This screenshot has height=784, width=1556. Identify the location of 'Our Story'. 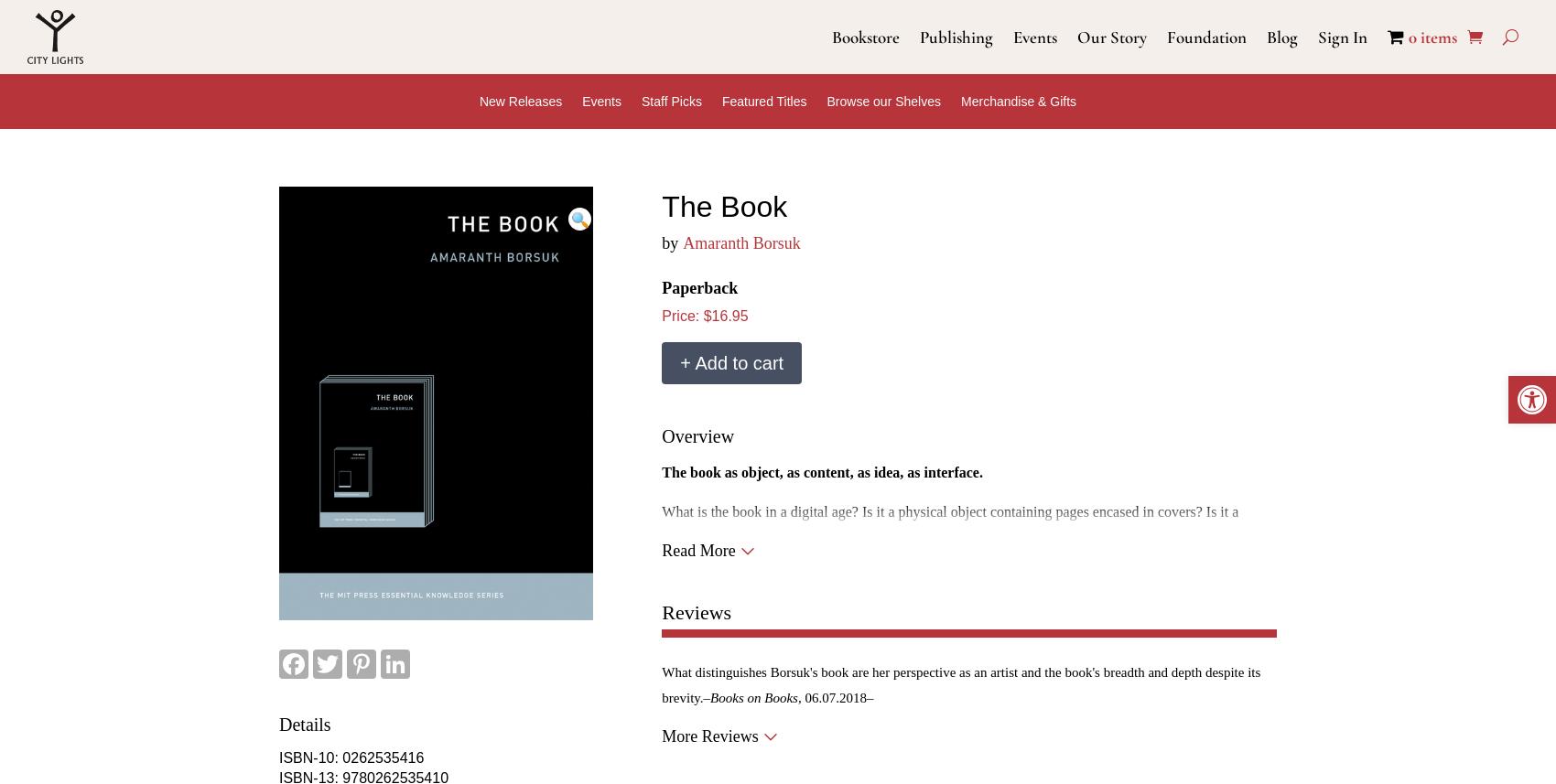
(1110, 36).